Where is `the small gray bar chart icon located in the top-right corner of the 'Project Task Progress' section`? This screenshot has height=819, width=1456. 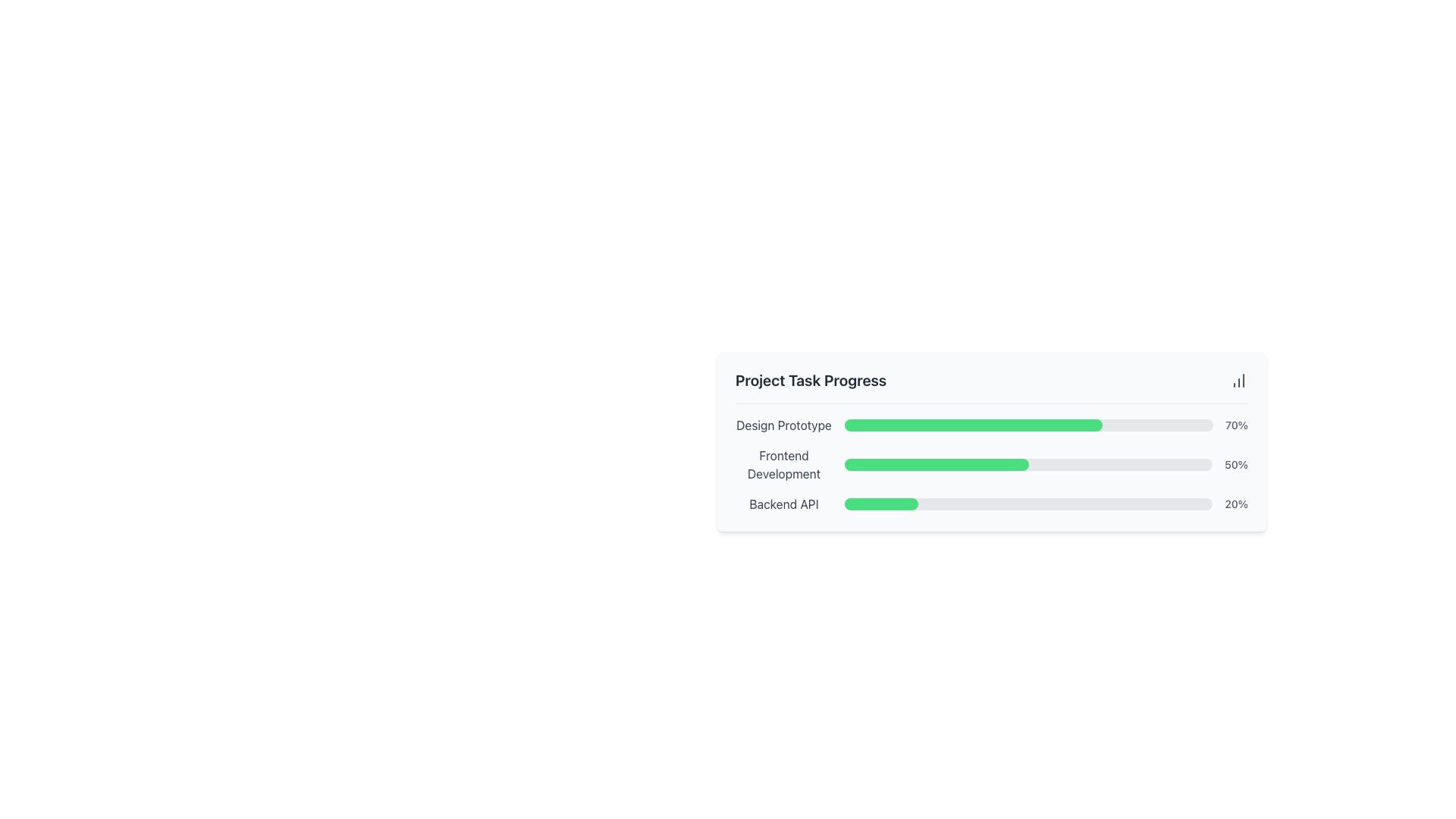
the small gray bar chart icon located in the top-right corner of the 'Project Task Progress' section is located at coordinates (1238, 379).